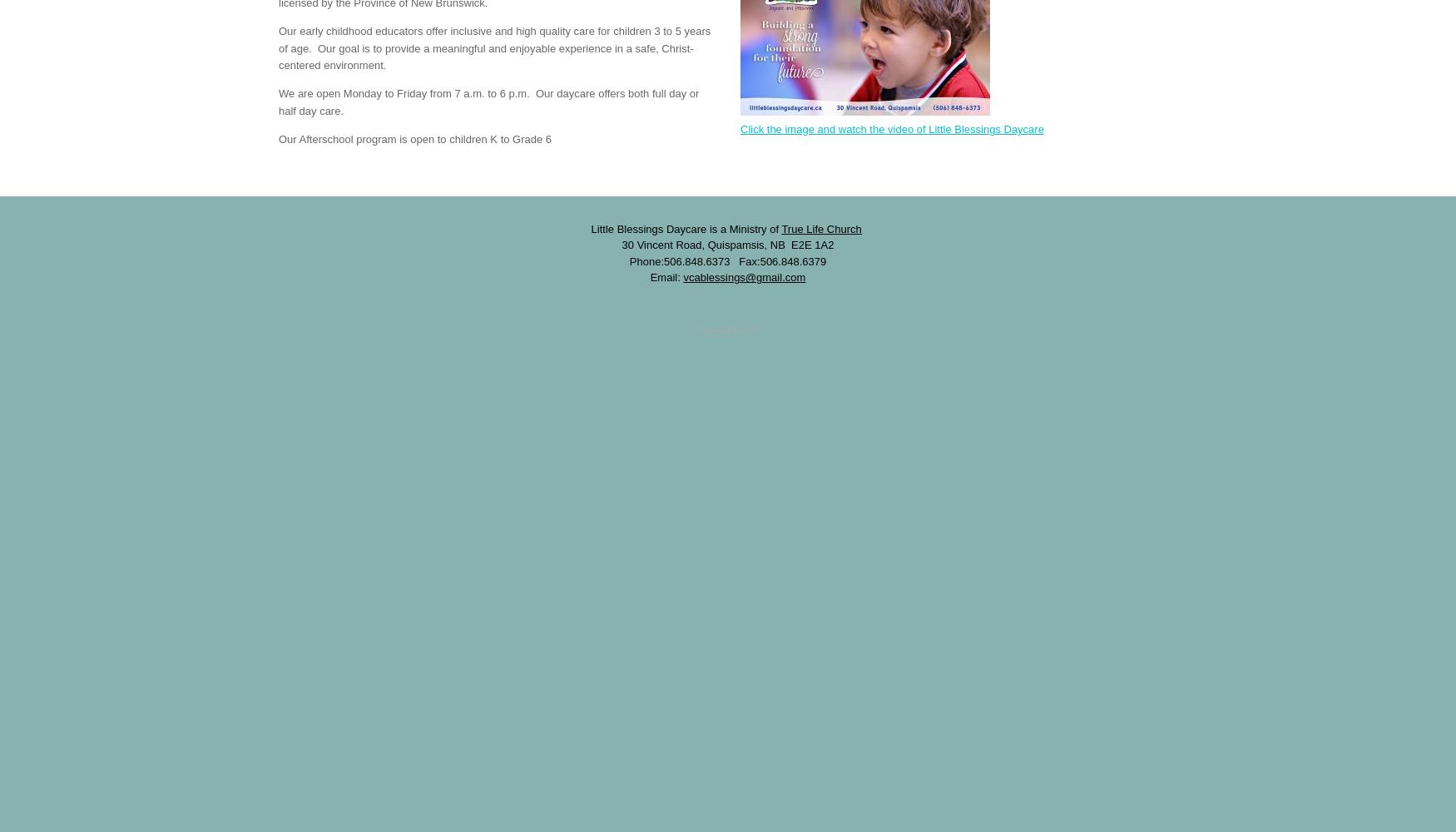 Image resolution: width=1456 pixels, height=832 pixels. Describe the element at coordinates (820, 228) in the screenshot. I see `'True Life Church'` at that location.